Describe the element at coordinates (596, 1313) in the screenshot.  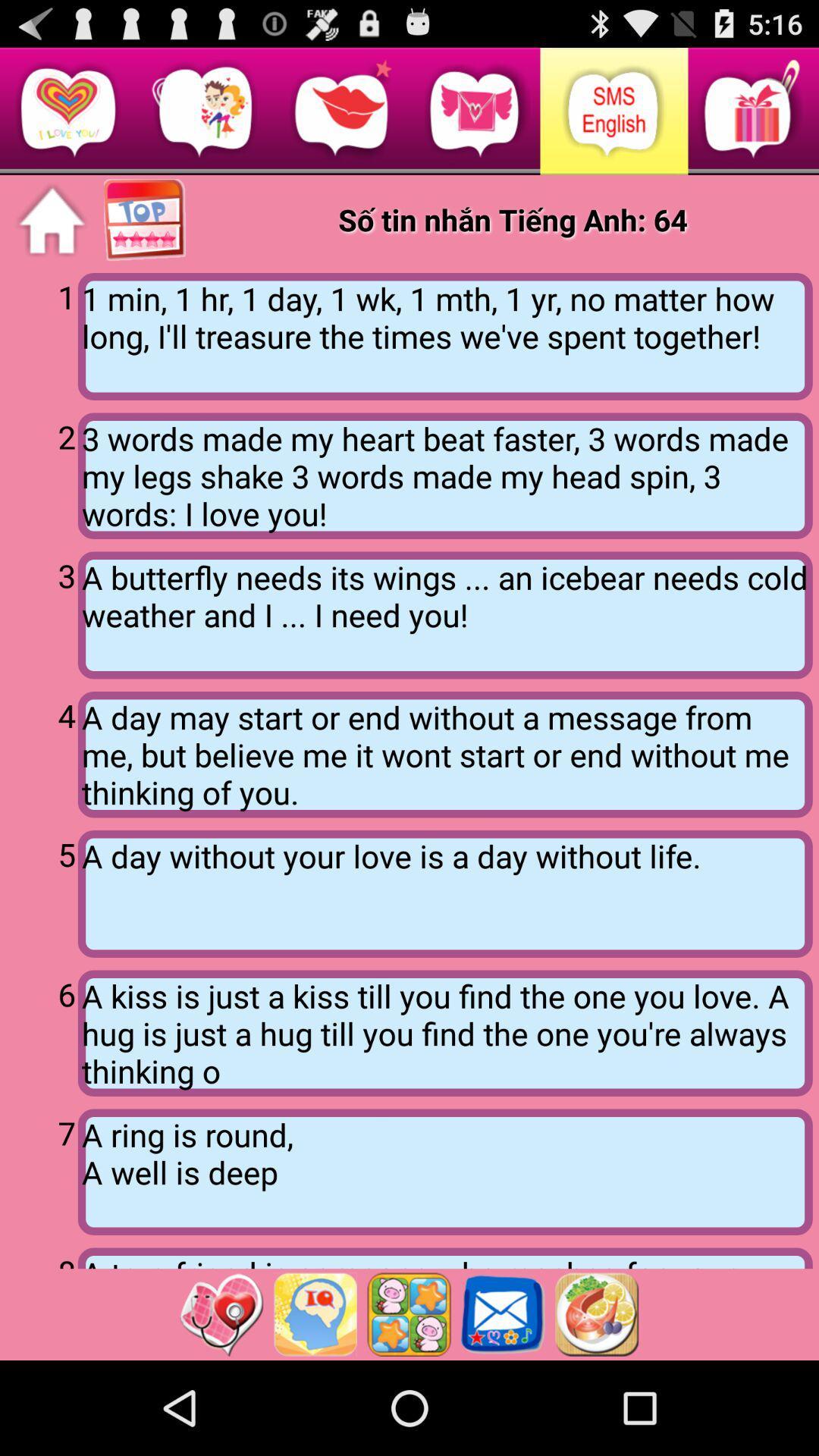
I see `this option` at that location.